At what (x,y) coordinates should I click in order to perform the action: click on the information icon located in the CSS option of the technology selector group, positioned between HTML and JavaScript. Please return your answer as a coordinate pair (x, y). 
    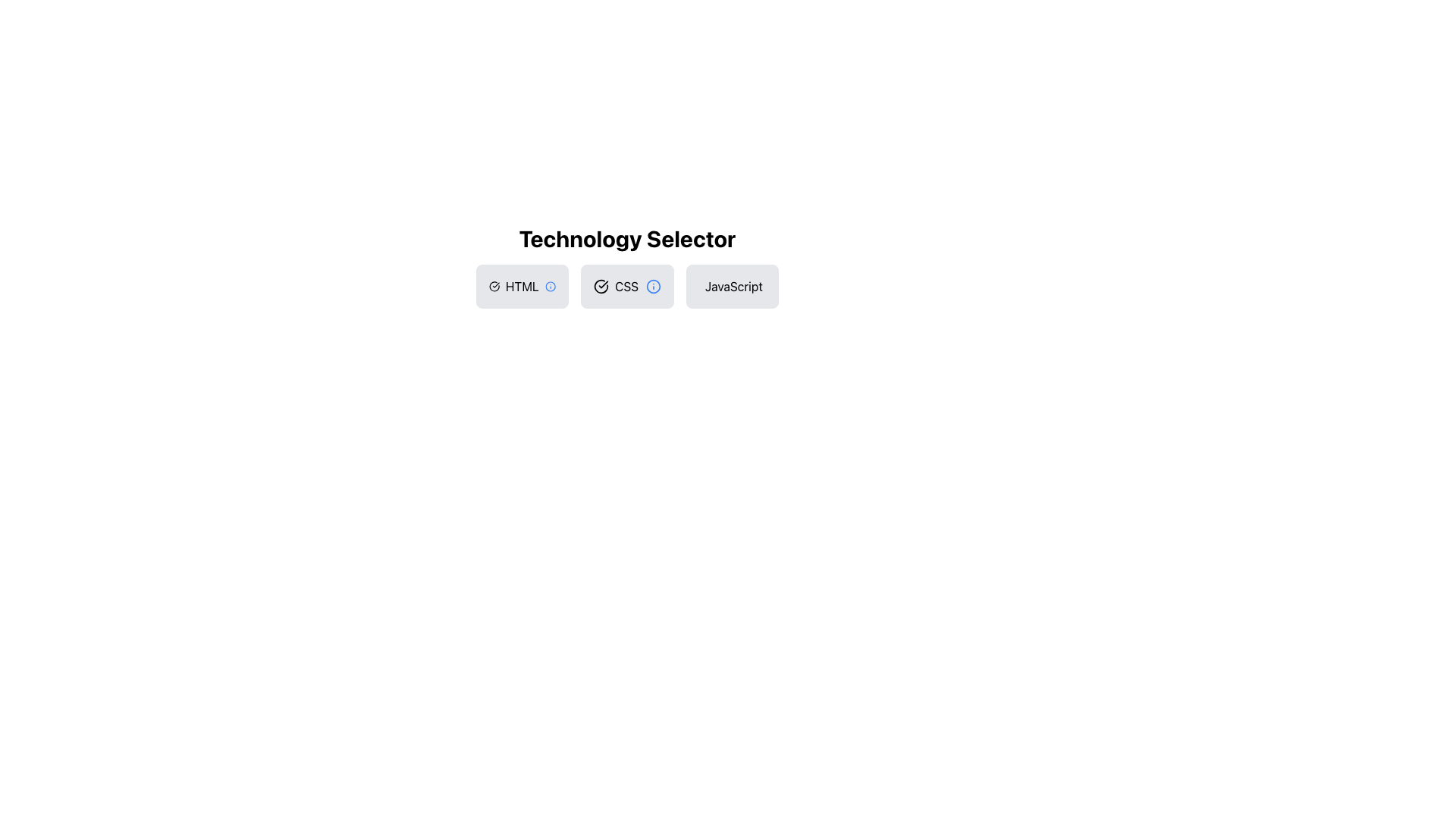
    Looking at the image, I should click on (653, 287).